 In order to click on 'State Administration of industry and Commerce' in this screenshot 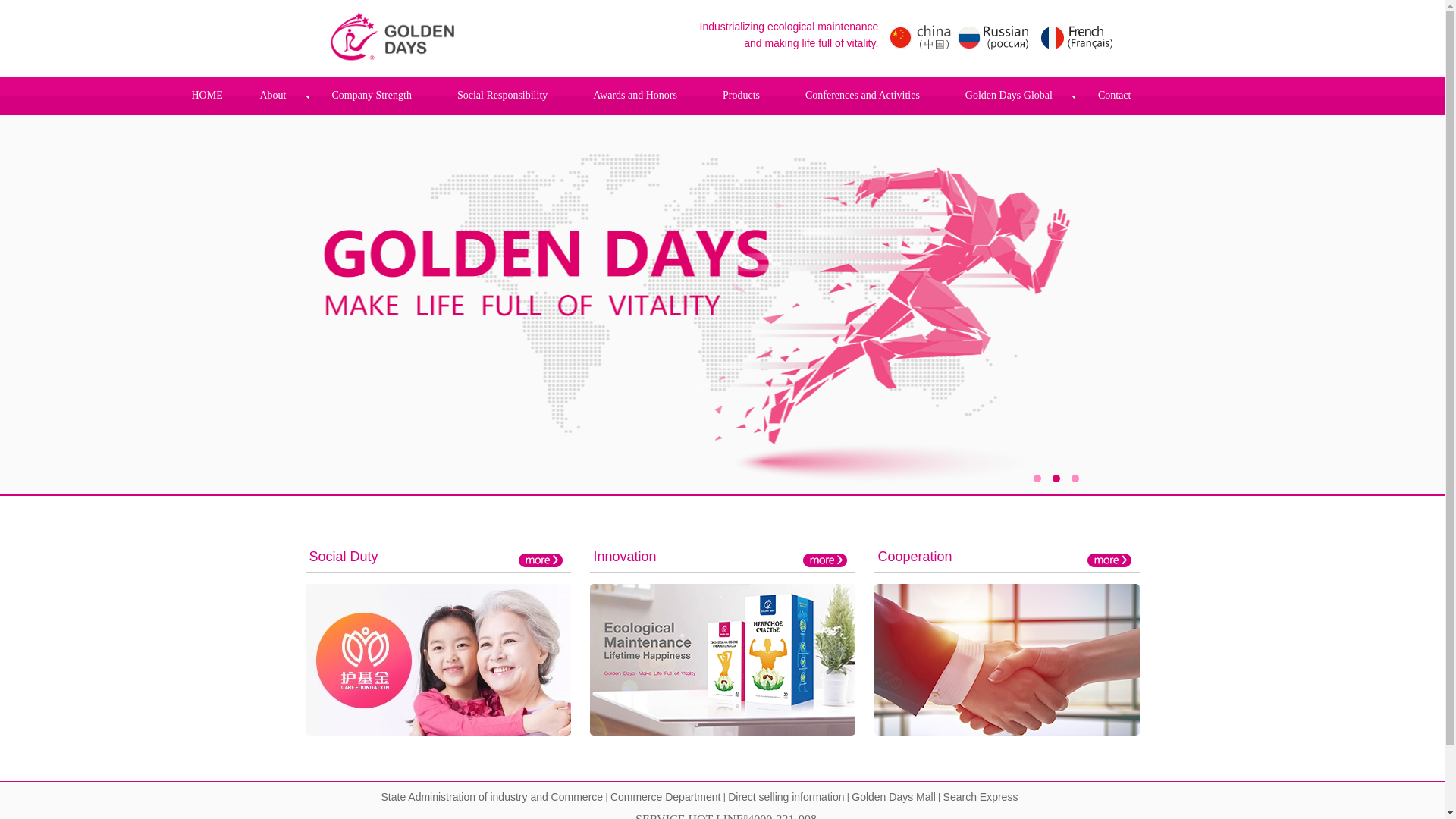, I will do `click(491, 797)`.